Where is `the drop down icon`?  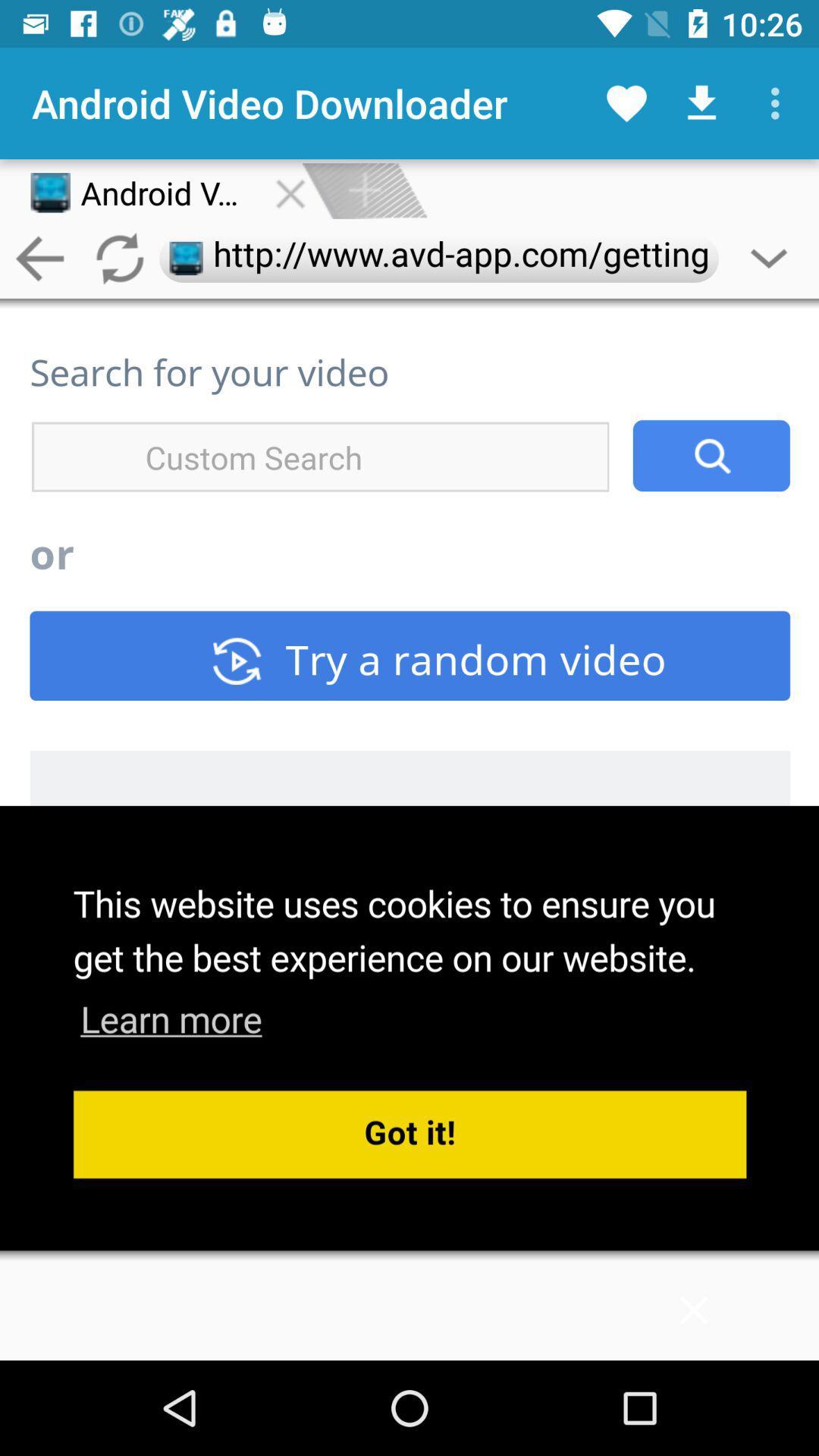 the drop down icon is located at coordinates (769, 259).